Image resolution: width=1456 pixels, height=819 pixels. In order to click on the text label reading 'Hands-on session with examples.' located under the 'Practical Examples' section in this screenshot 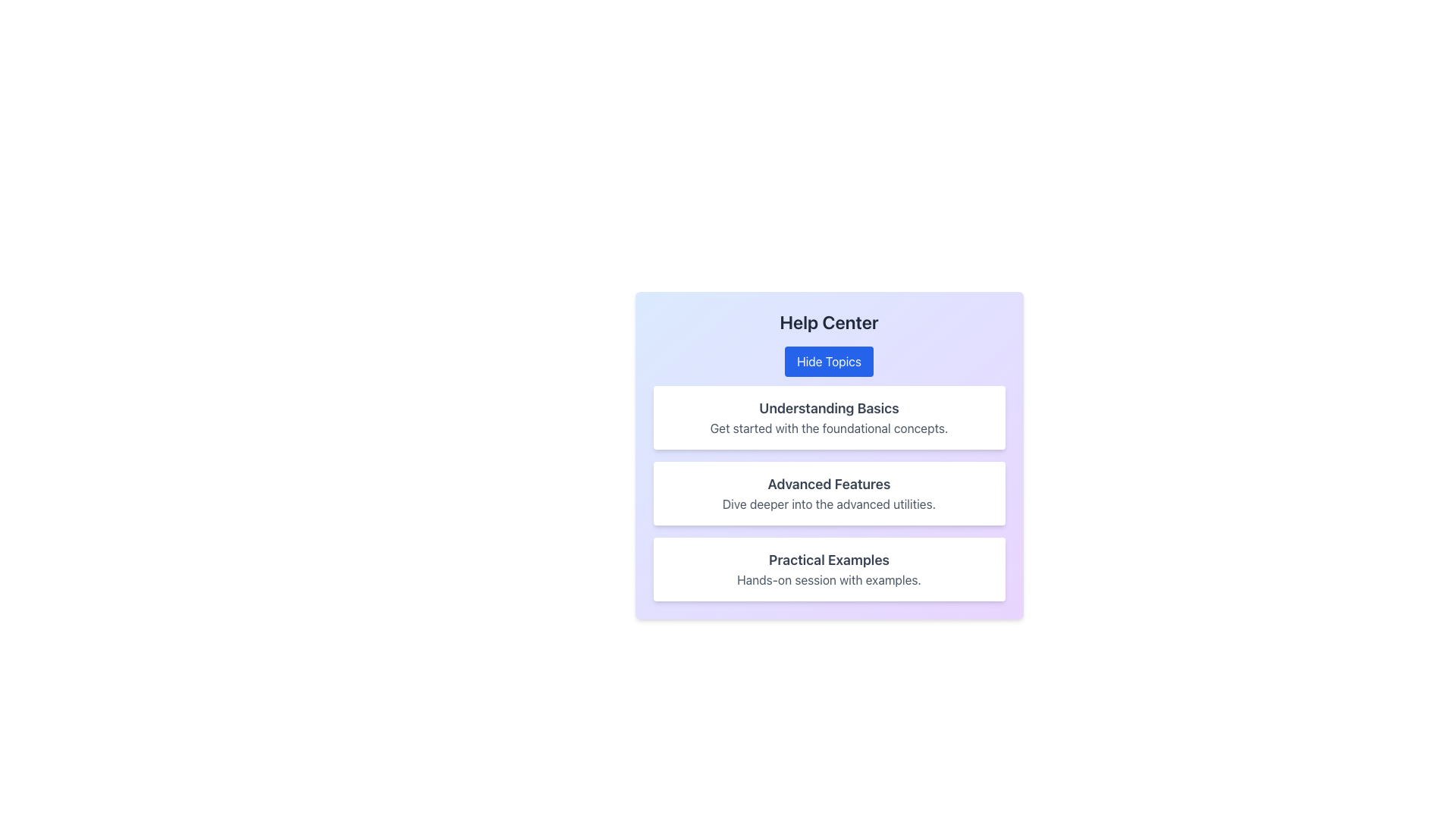, I will do `click(828, 579)`.